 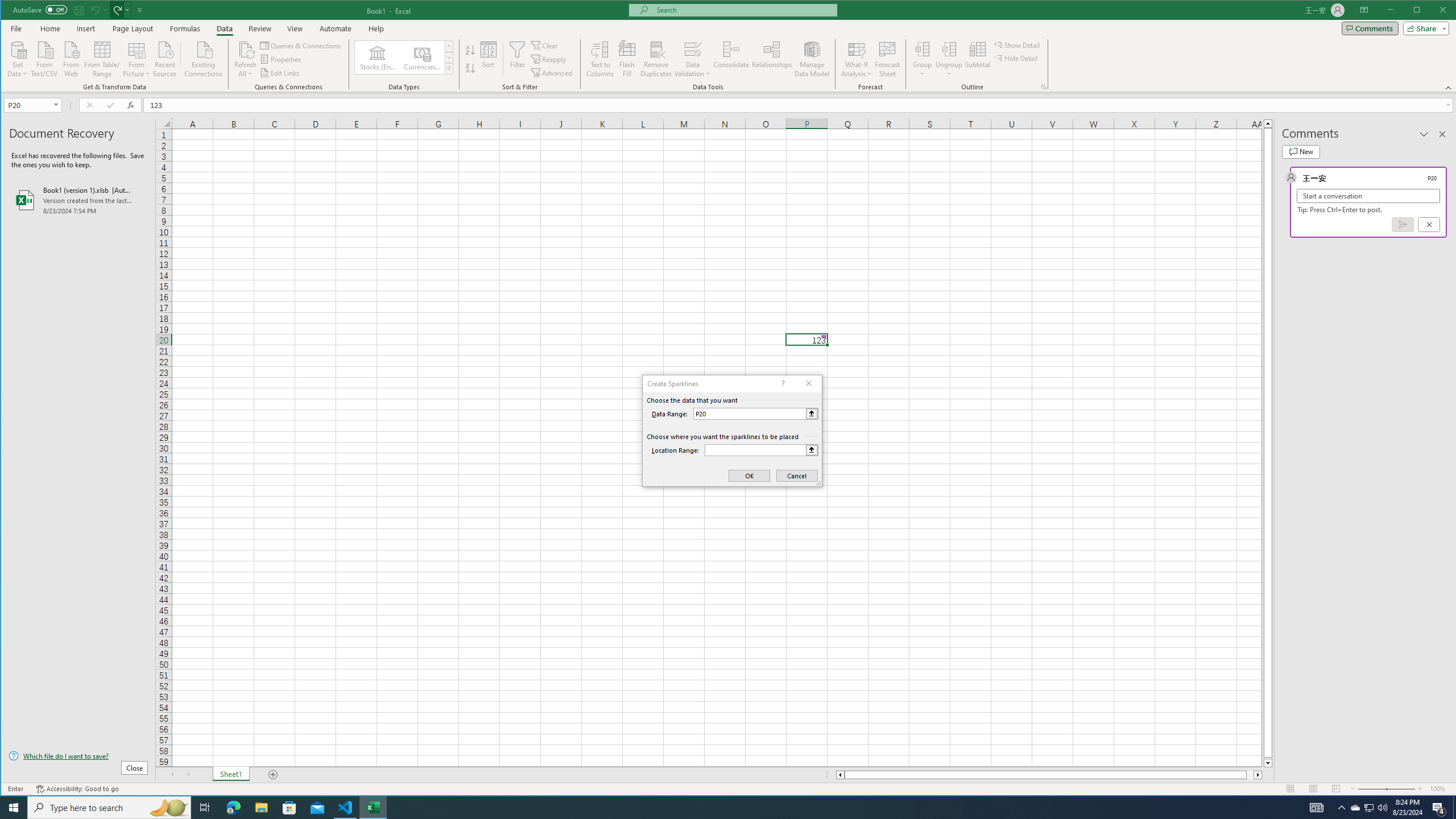 I want to click on 'Clear', so click(x=545, y=45).